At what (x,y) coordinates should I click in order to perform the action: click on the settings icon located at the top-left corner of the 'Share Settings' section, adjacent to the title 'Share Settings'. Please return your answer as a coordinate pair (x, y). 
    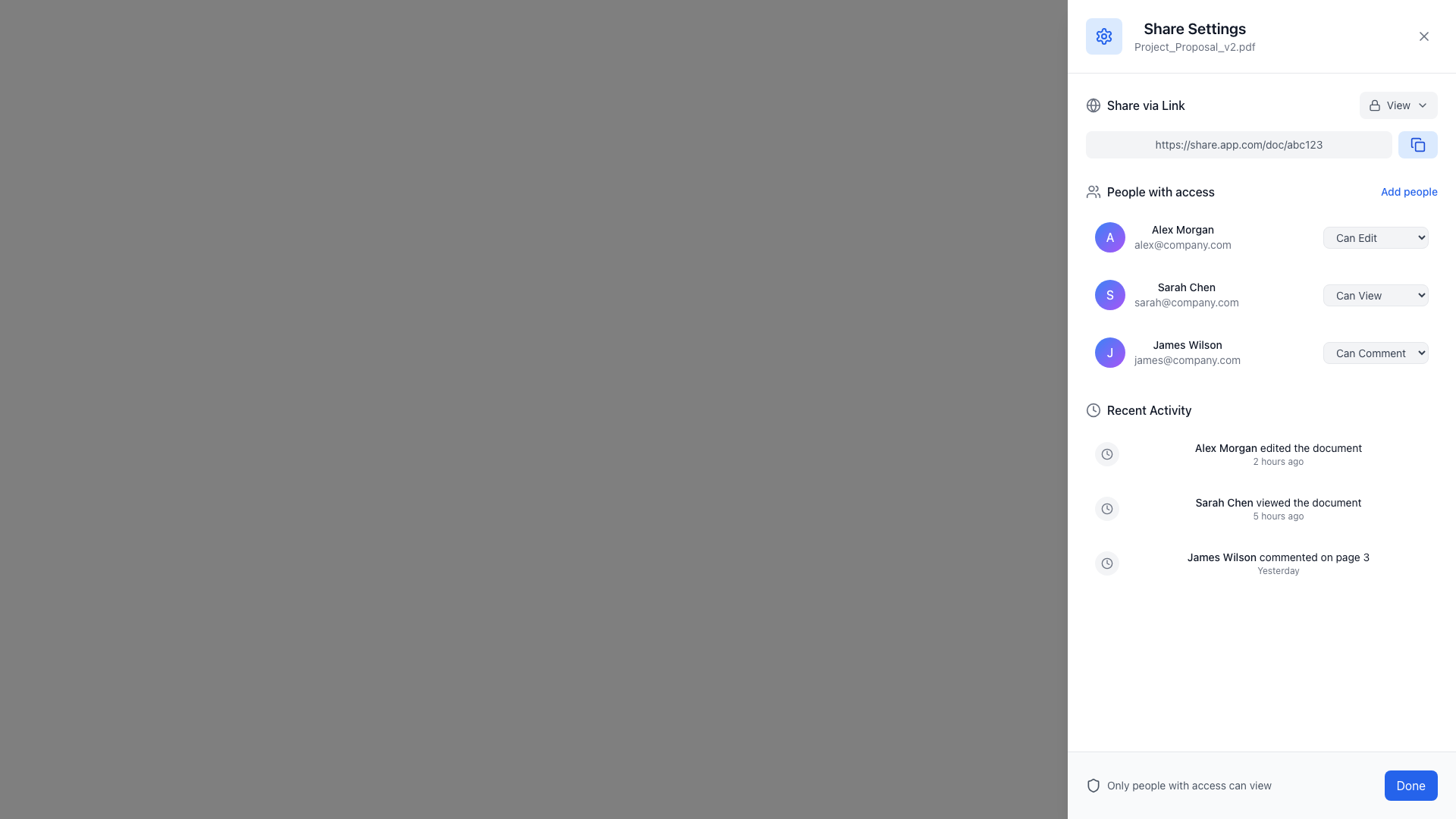
    Looking at the image, I should click on (1103, 35).